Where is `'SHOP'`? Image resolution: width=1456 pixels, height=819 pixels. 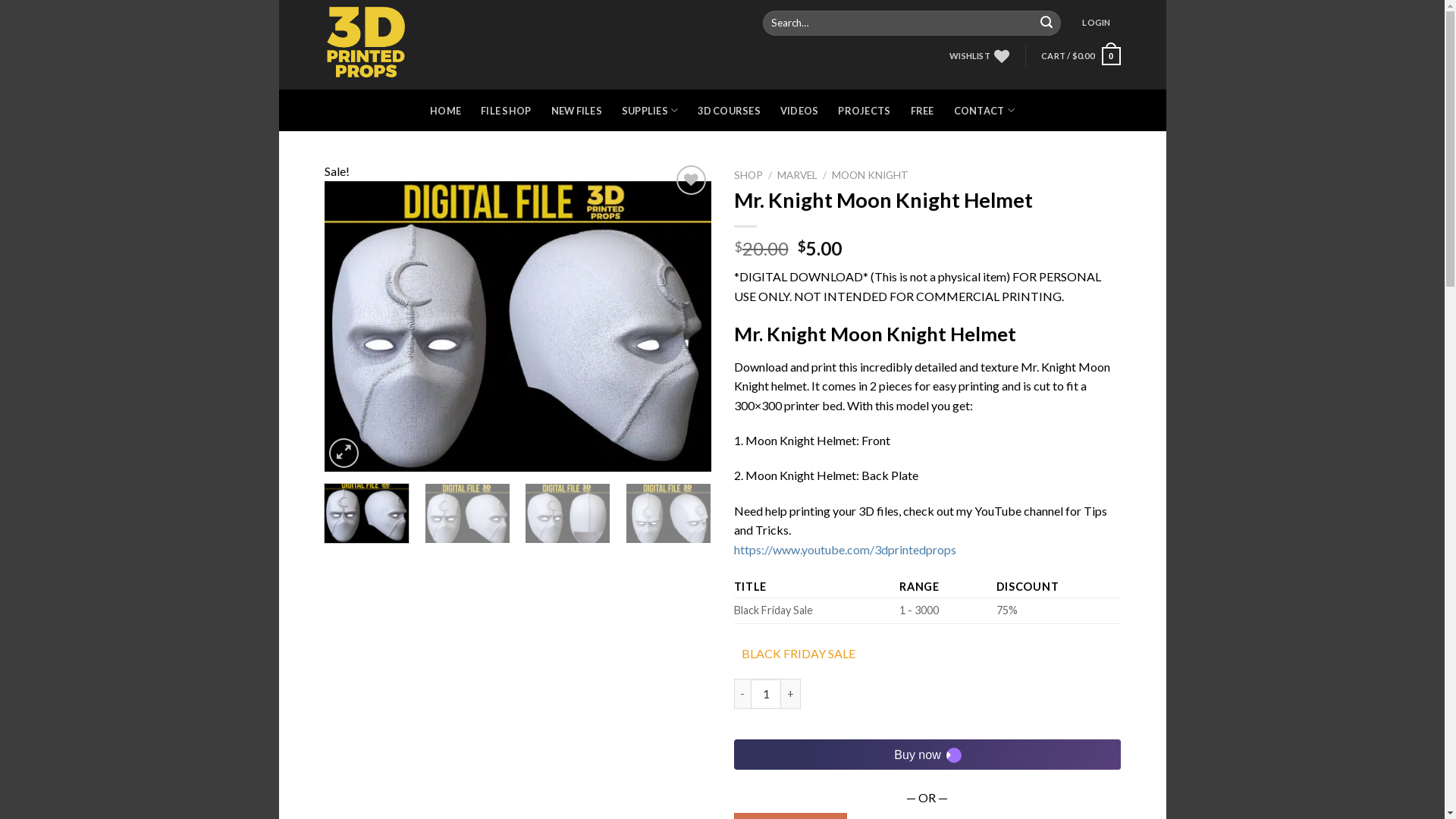 'SHOP' is located at coordinates (734, 174).